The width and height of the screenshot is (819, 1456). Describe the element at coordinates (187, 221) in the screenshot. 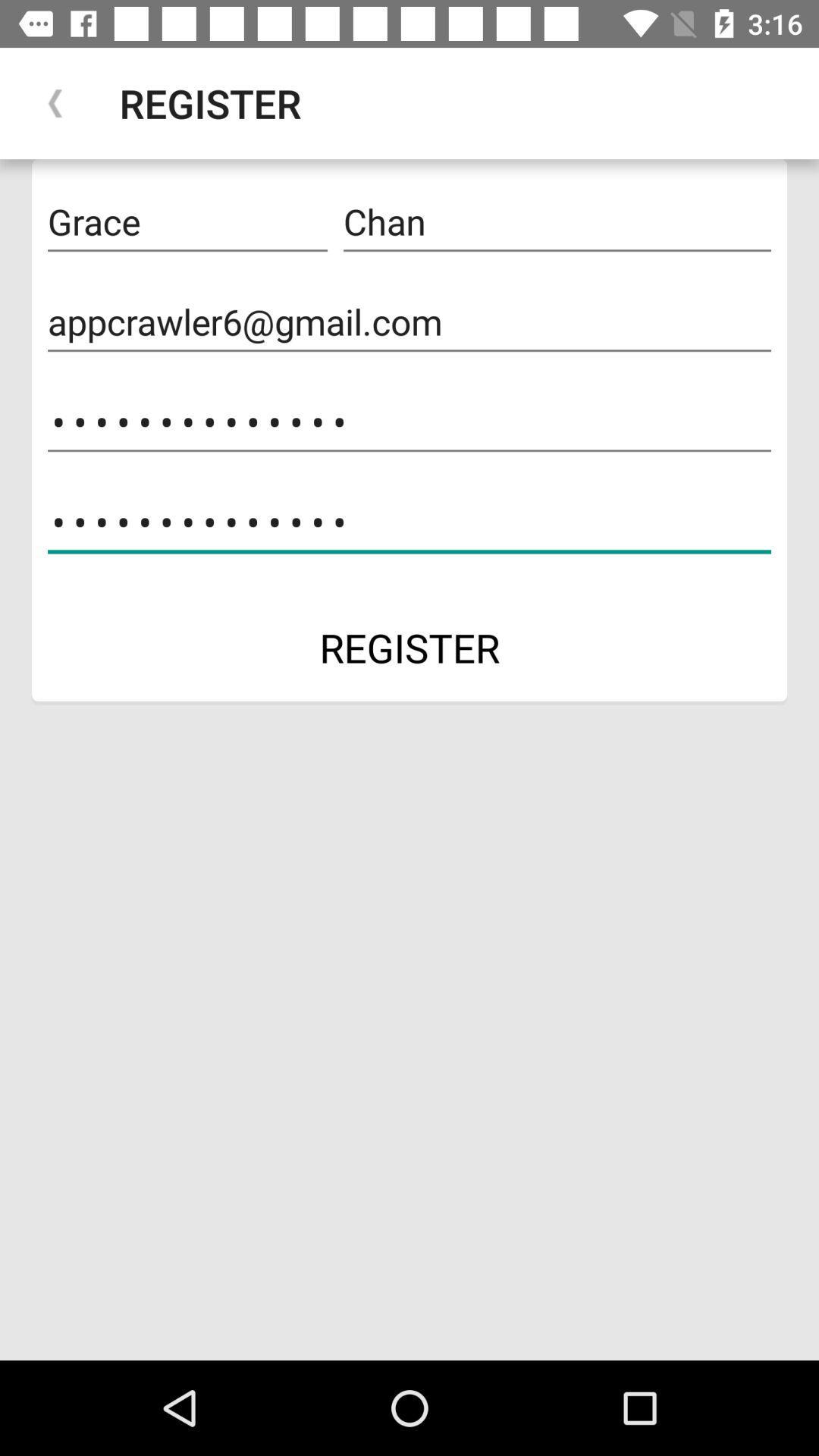

I see `grace item` at that location.